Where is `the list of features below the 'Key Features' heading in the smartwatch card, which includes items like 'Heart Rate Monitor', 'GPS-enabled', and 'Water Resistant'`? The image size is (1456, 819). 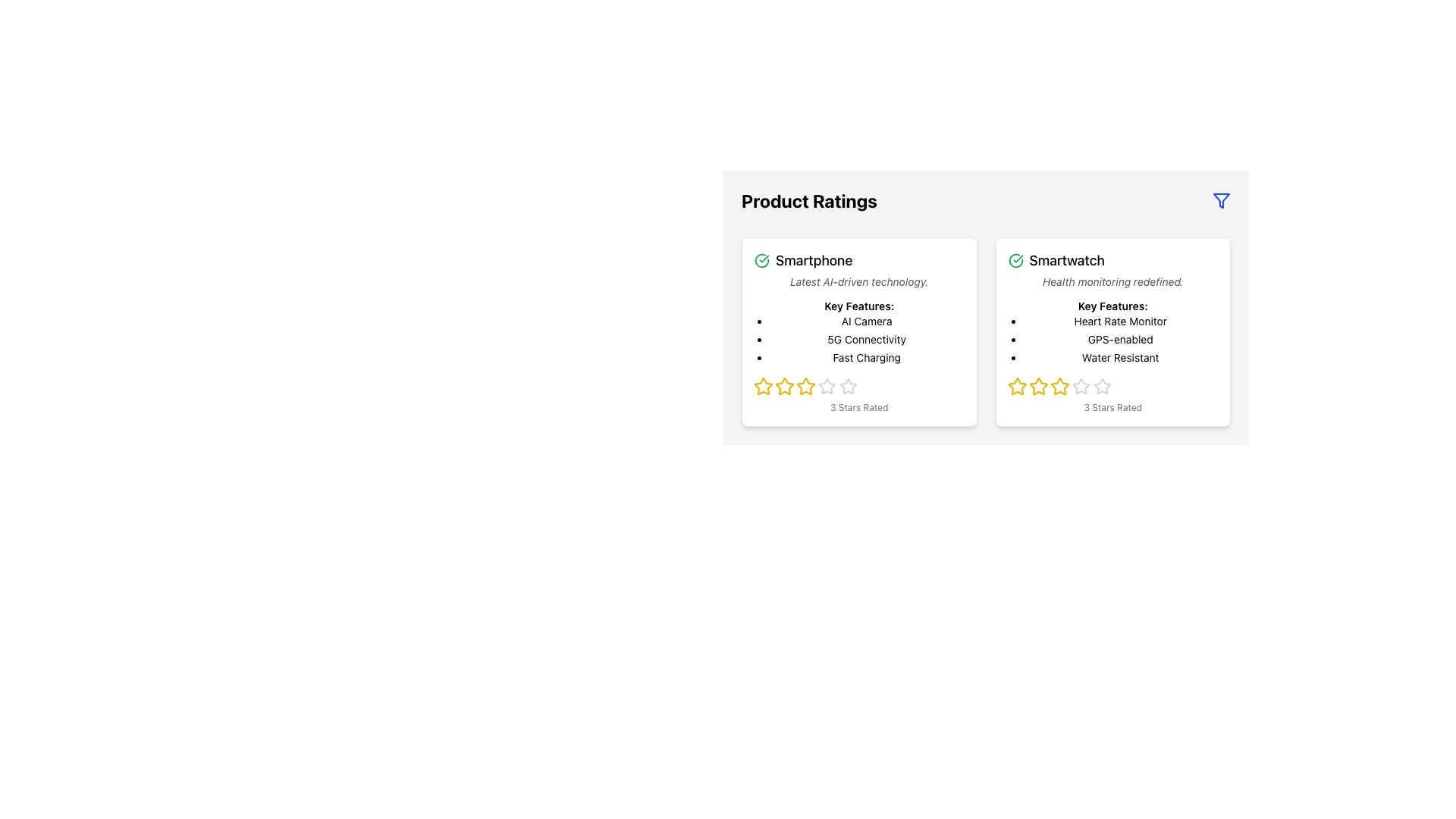 the list of features below the 'Key Features' heading in the smartwatch card, which includes items like 'Heart Rate Monitor', 'GPS-enabled', and 'Water Resistant' is located at coordinates (1120, 338).